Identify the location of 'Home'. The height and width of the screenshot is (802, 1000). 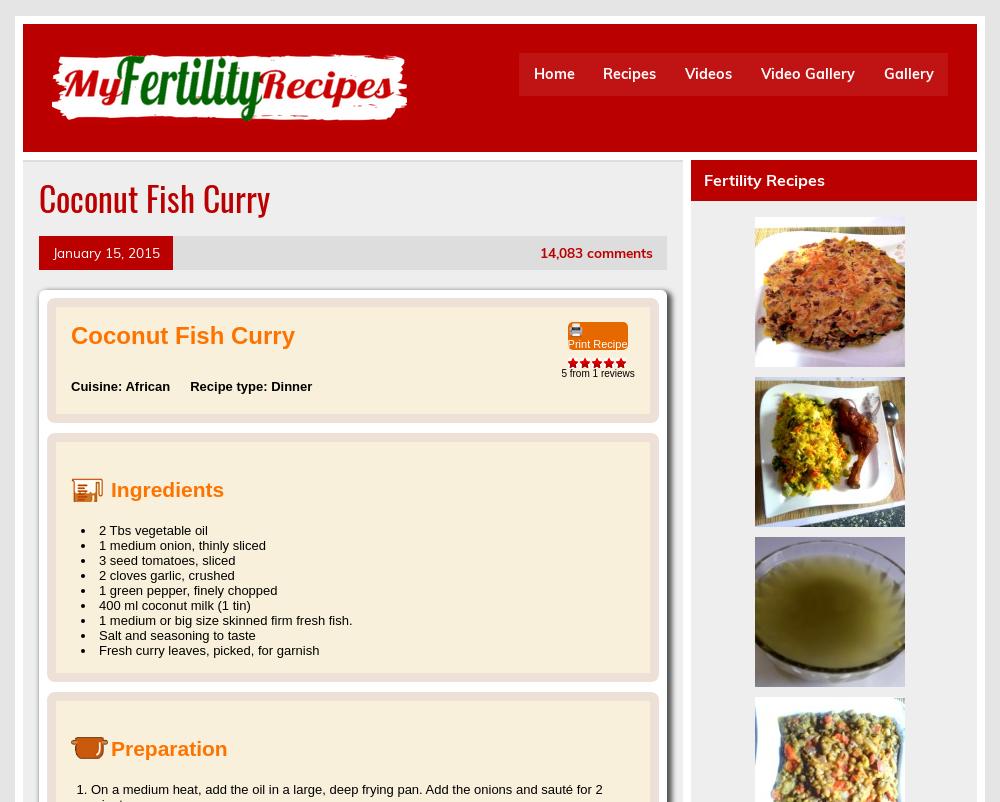
(553, 73).